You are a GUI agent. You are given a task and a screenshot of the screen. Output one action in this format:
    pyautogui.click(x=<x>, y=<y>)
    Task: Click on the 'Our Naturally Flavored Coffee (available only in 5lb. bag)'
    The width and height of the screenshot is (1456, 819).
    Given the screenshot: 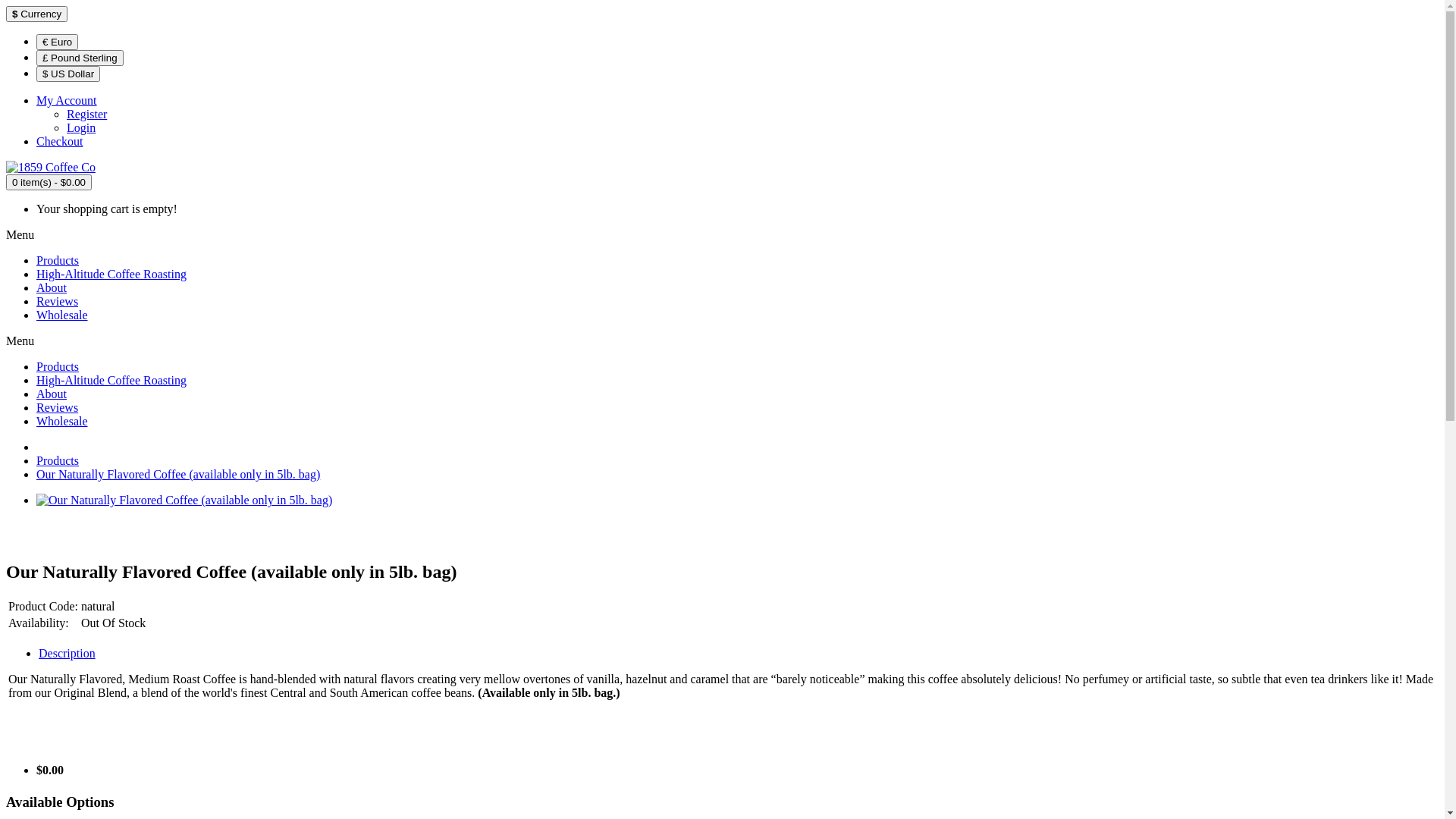 What is the action you would take?
    pyautogui.click(x=178, y=473)
    